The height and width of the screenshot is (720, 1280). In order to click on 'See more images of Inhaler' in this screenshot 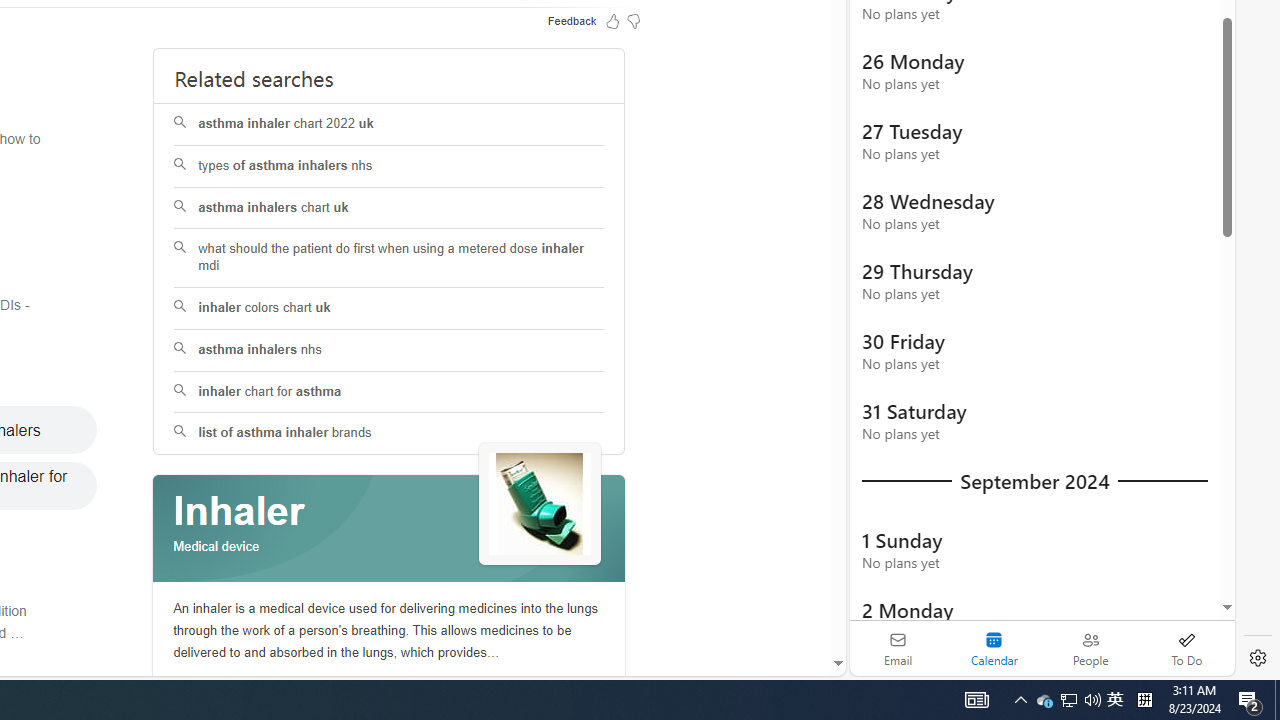, I will do `click(540, 504)`.